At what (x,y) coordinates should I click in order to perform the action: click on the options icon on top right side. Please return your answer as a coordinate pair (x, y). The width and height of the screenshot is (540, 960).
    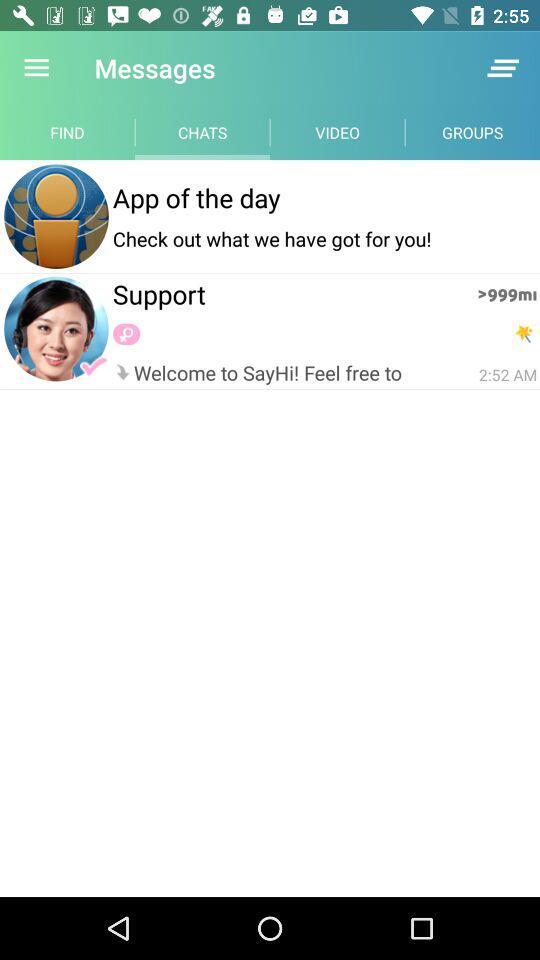
    Looking at the image, I should click on (502, 68).